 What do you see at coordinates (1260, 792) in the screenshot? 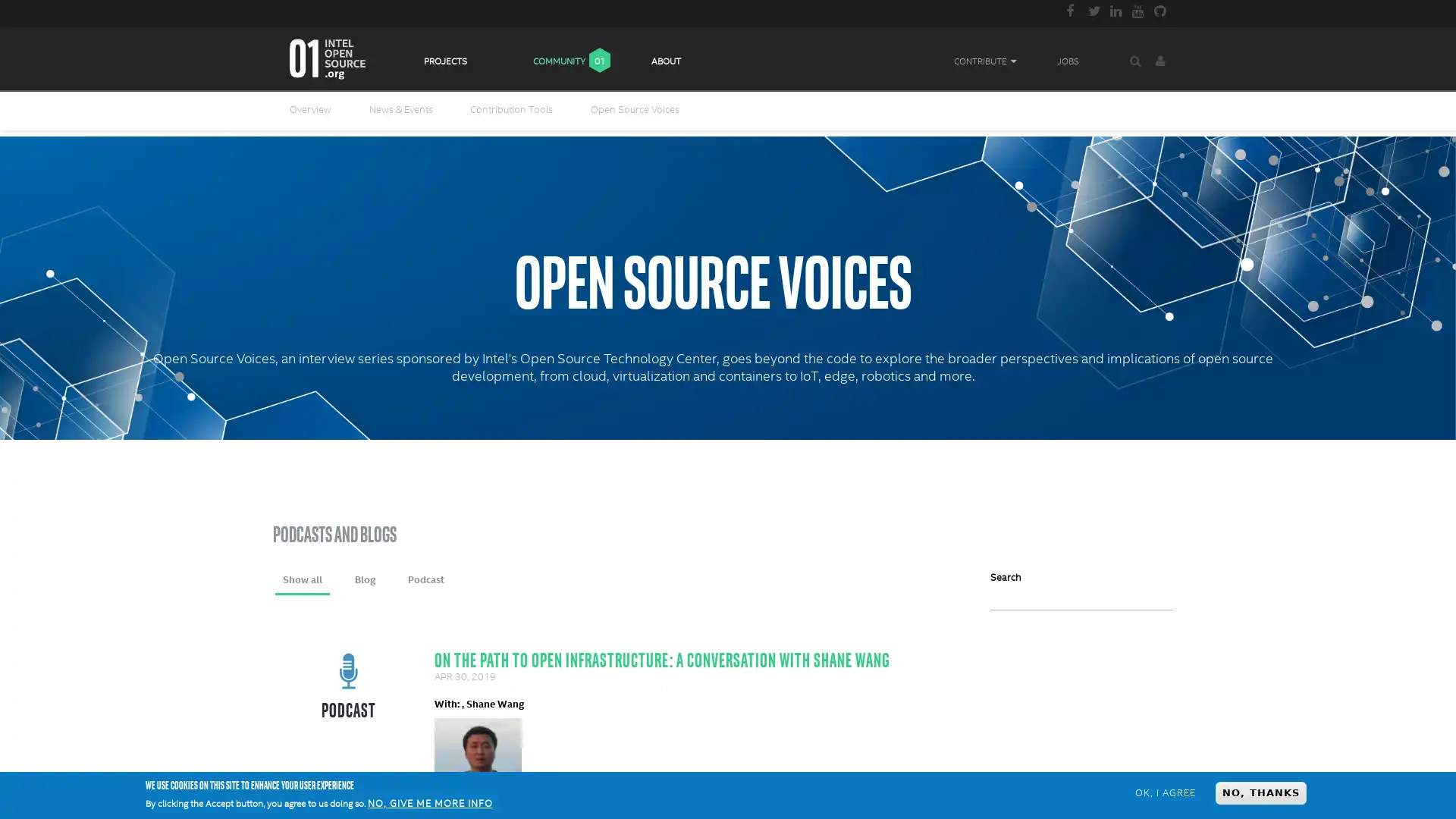
I see `NO, THANKS` at bounding box center [1260, 792].